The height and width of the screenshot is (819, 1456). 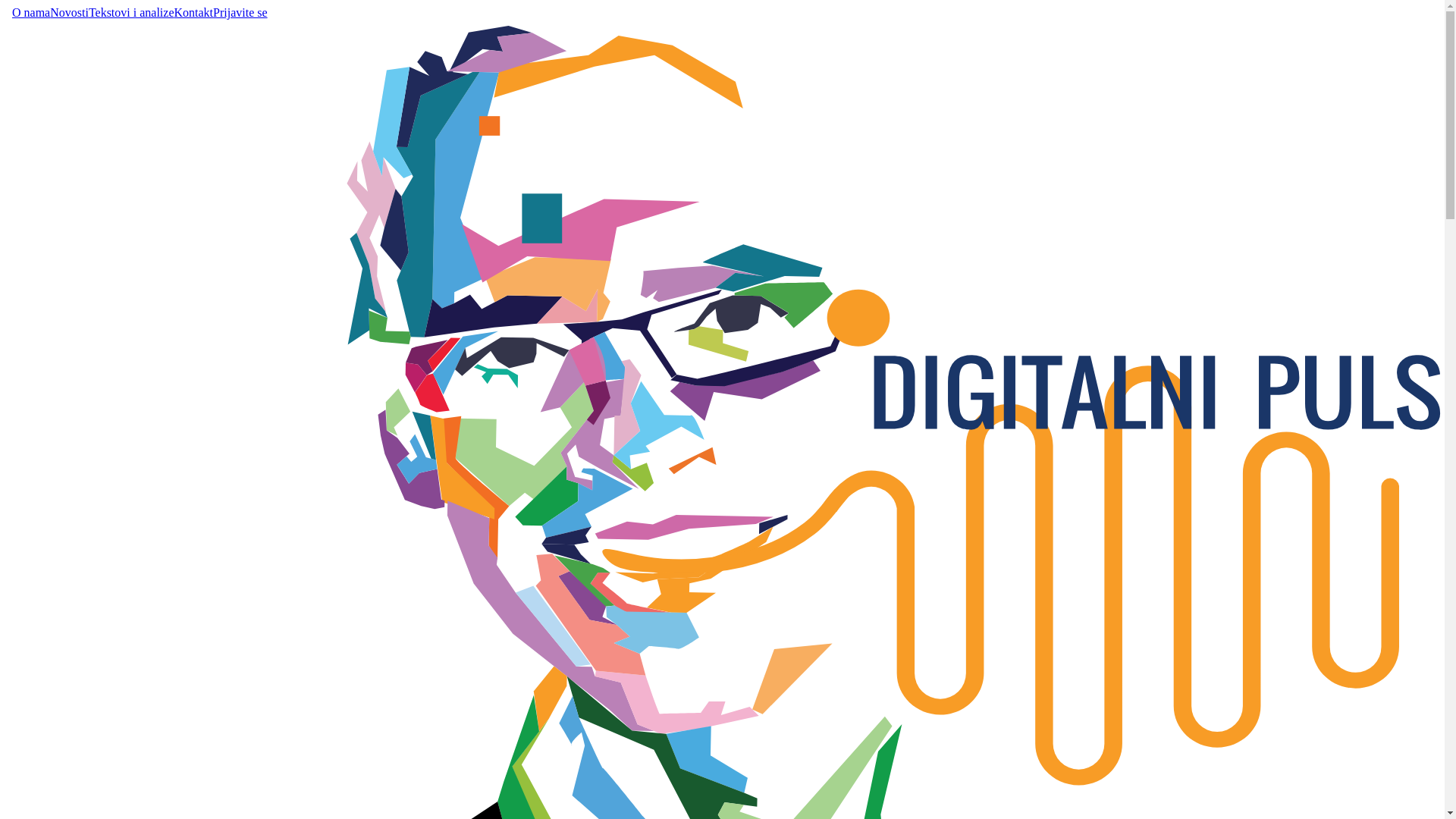 What do you see at coordinates (239, 12) in the screenshot?
I see `'Prijavite se'` at bounding box center [239, 12].